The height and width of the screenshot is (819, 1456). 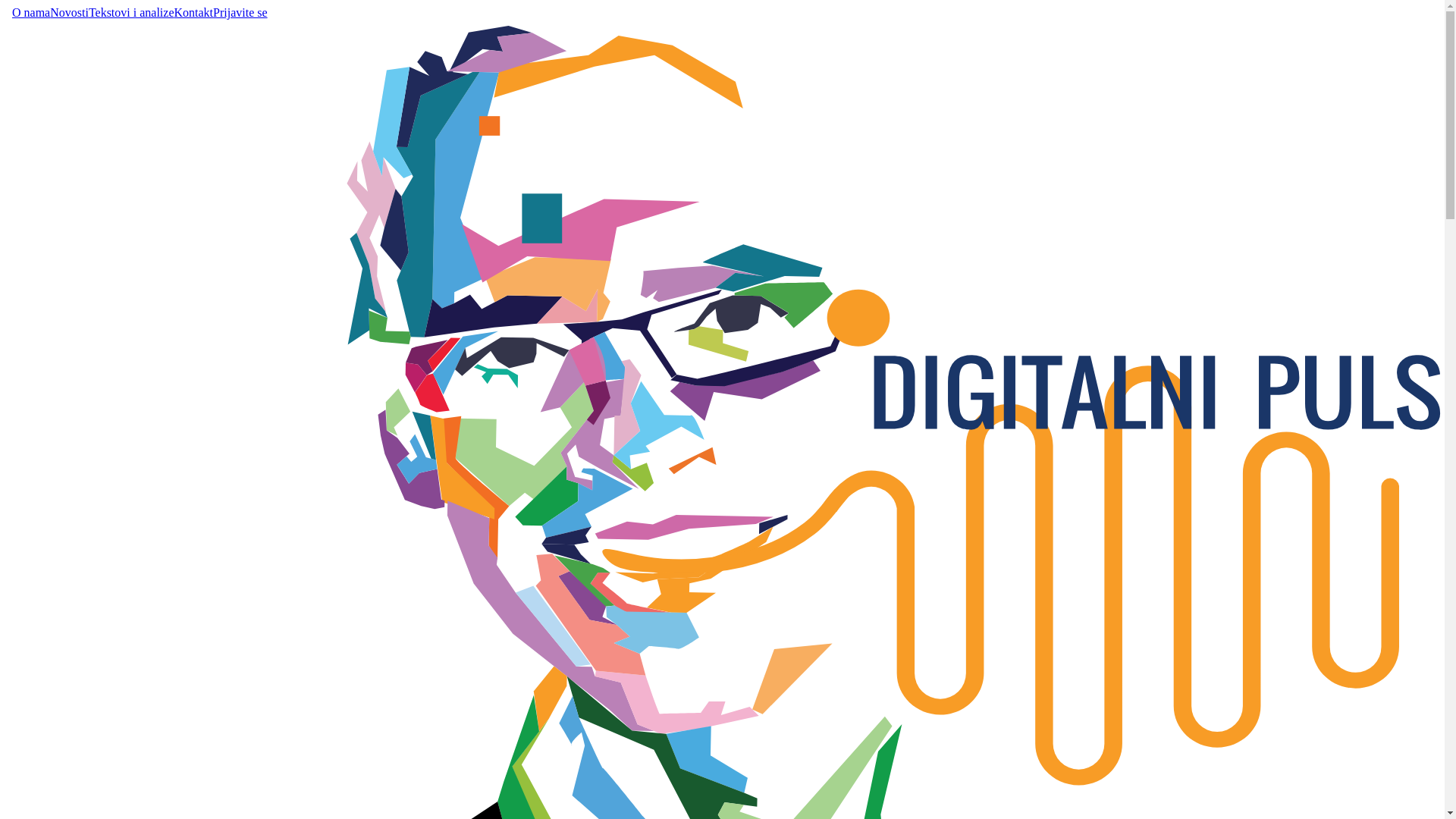 What do you see at coordinates (239, 12) in the screenshot?
I see `'Prijavite se'` at bounding box center [239, 12].